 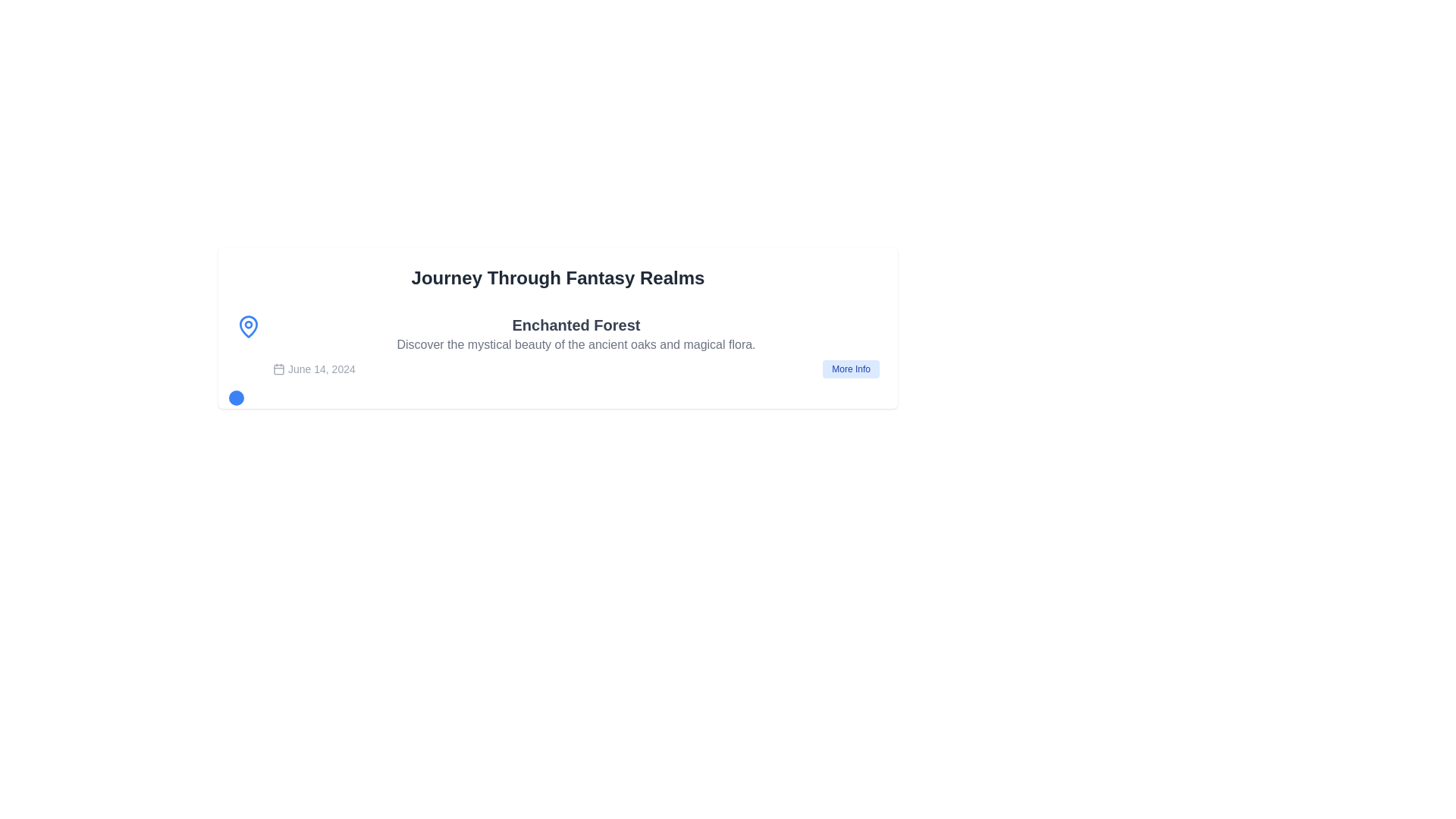 What do you see at coordinates (279, 369) in the screenshot?
I see `the calendar icon, which is a square with rounded corners, gray in color, located immediately to the left of the text 'June 14, 2024'` at bounding box center [279, 369].